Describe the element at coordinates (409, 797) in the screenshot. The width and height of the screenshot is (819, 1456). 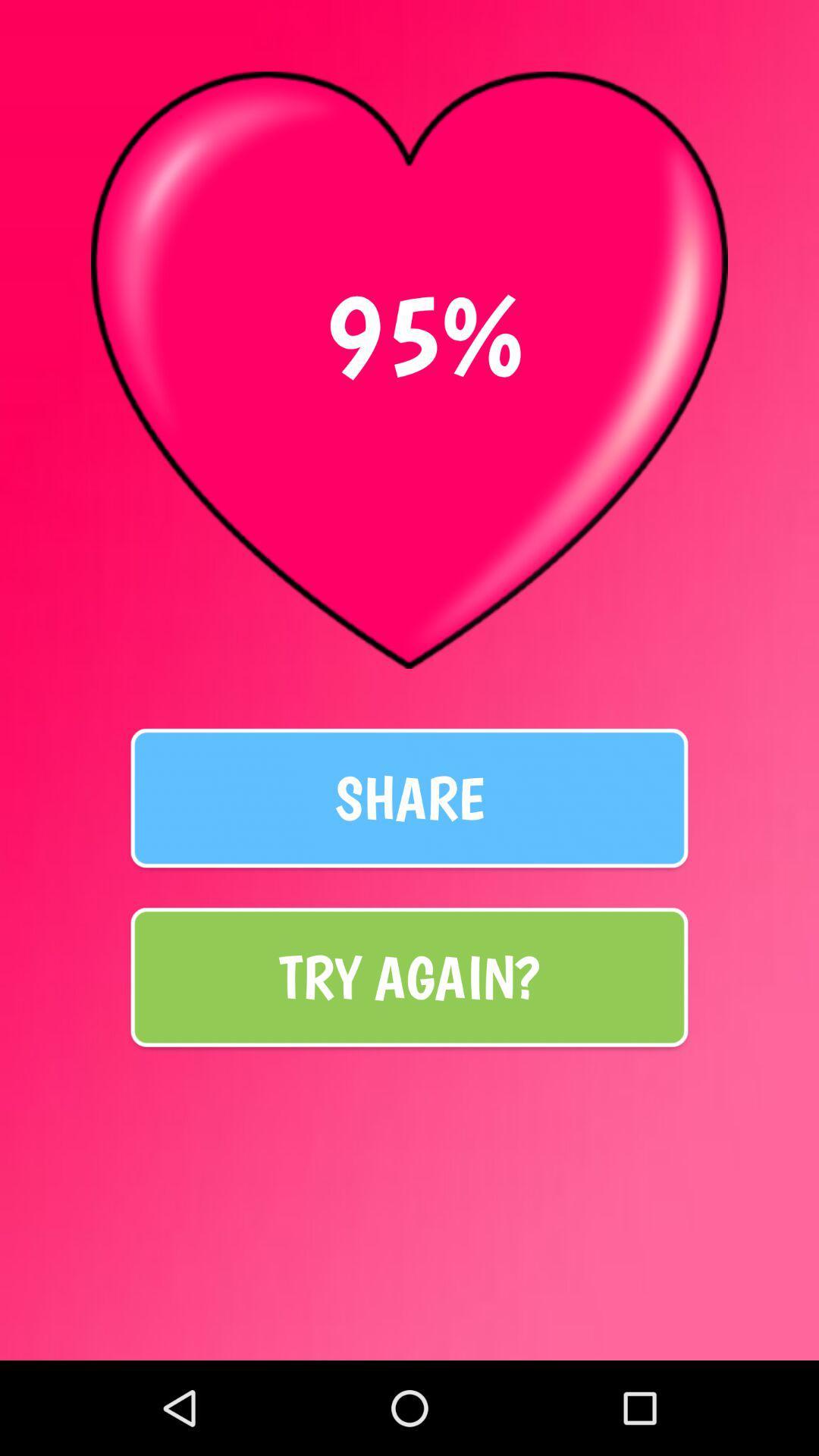
I see `share item` at that location.